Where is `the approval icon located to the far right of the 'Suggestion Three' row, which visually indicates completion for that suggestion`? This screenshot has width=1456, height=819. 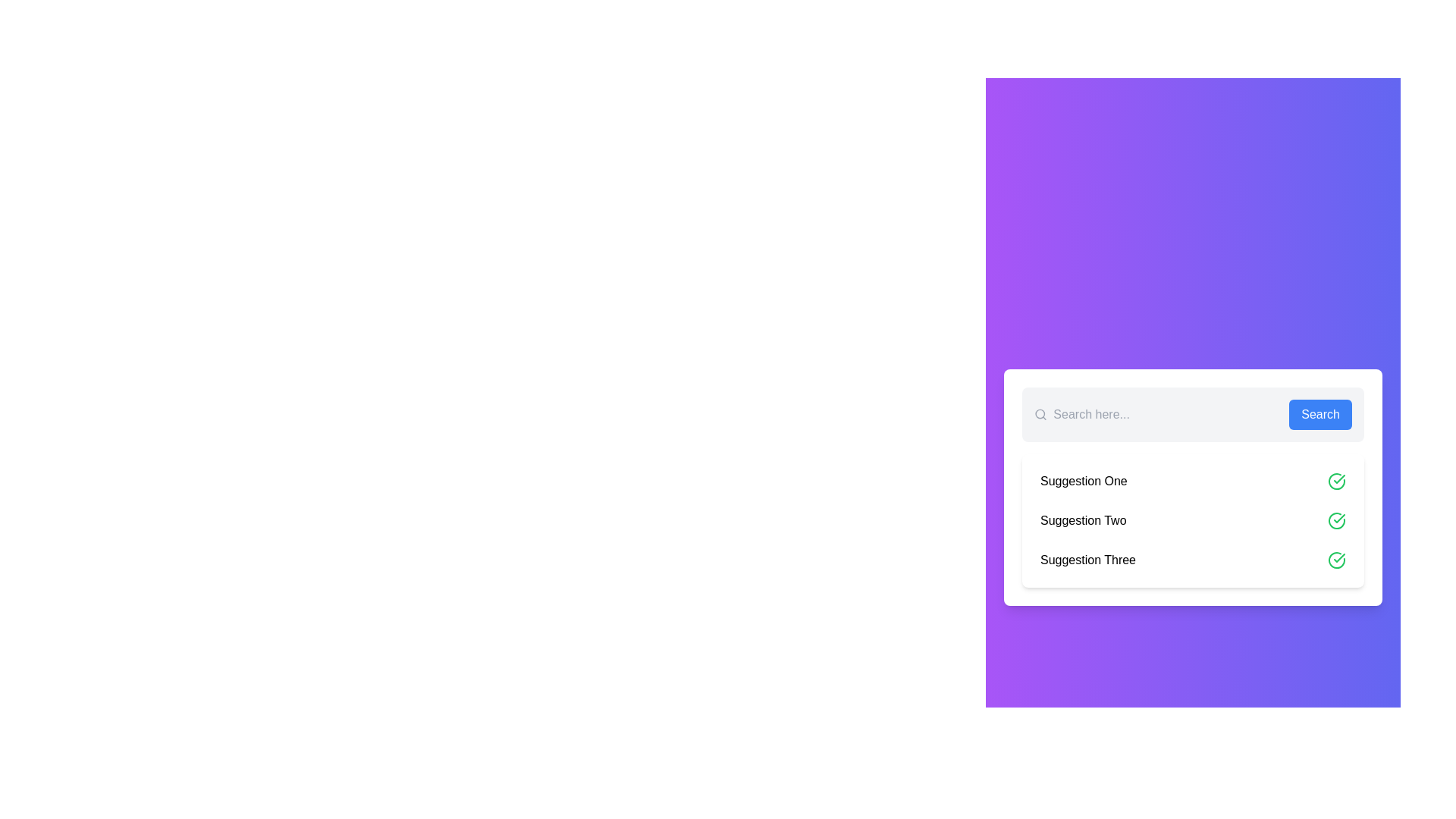
the approval icon located to the far right of the 'Suggestion Three' row, which visually indicates completion for that suggestion is located at coordinates (1336, 560).